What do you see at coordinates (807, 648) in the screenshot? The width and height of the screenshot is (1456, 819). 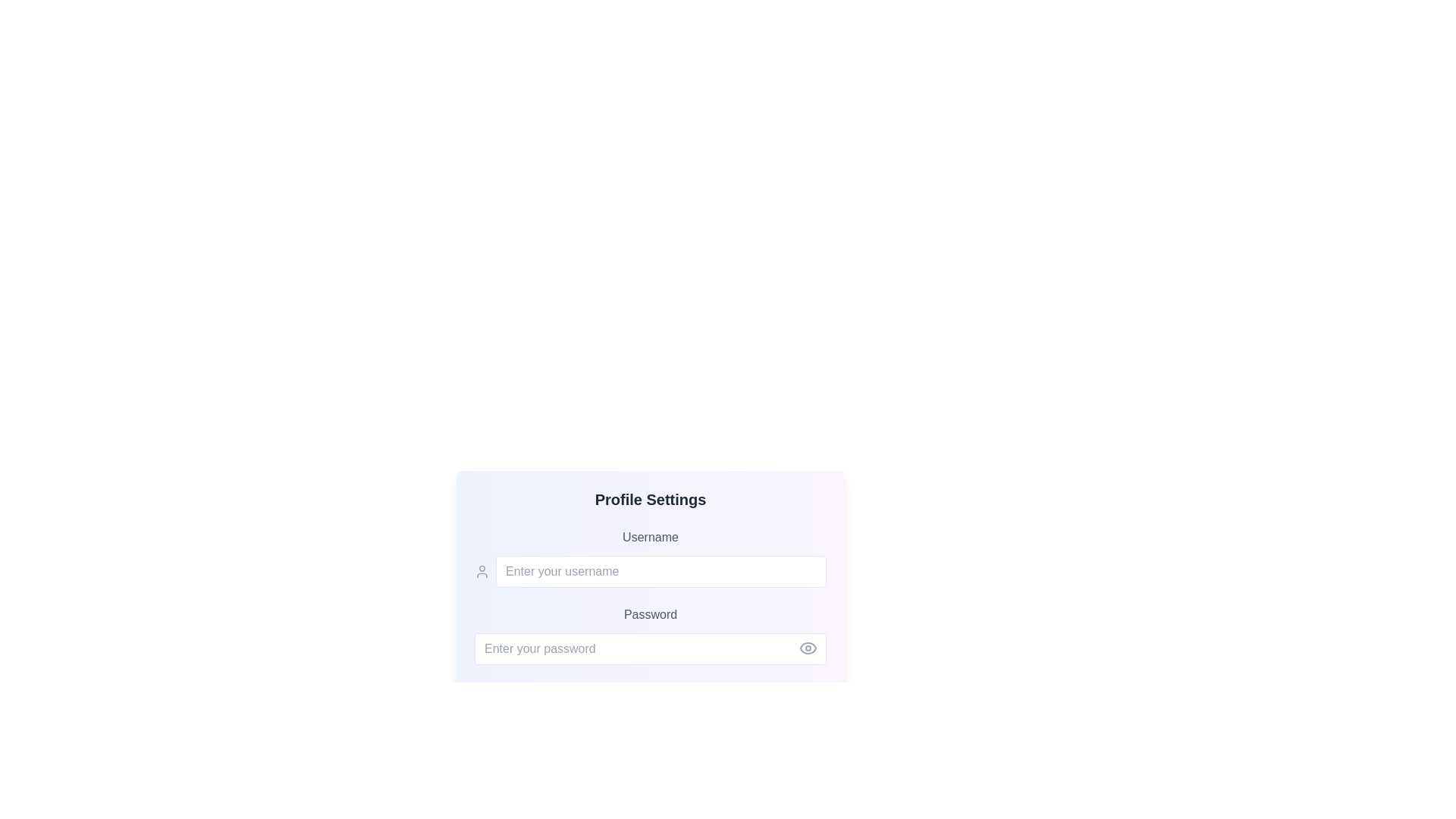 I see `the icon located to the far right of the 'Password' input field in the 'Profile Settings' panel` at bounding box center [807, 648].